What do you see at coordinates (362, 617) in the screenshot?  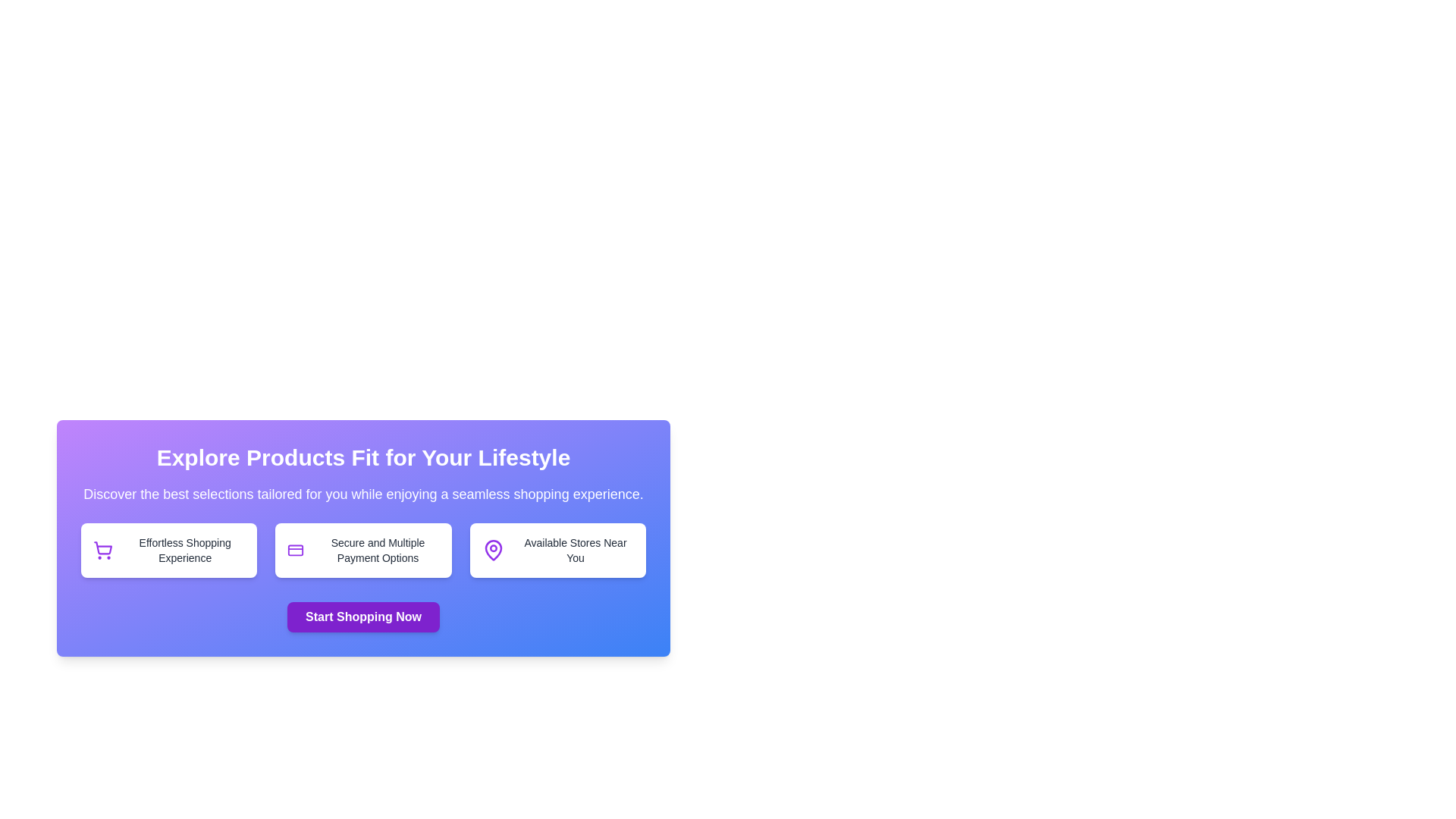 I see `the button located at the bottom of the card labeled 'Explore Products Fit for Your Lifestyle'` at bounding box center [362, 617].